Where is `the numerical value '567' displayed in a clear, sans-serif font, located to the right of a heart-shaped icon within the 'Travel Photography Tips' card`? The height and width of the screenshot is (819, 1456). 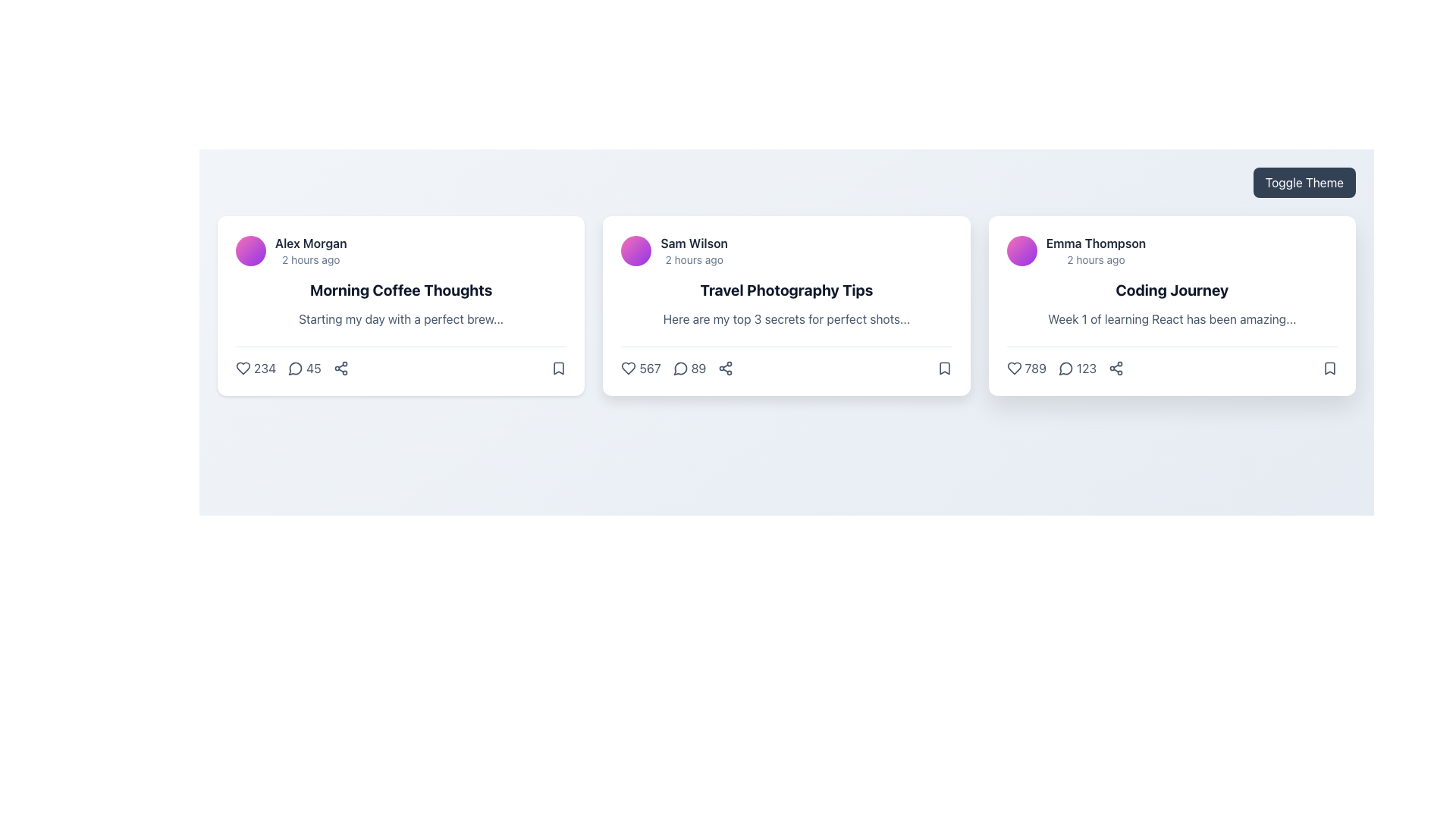
the numerical value '567' displayed in a clear, sans-serif font, located to the right of a heart-shaped icon within the 'Travel Photography Tips' card is located at coordinates (650, 369).